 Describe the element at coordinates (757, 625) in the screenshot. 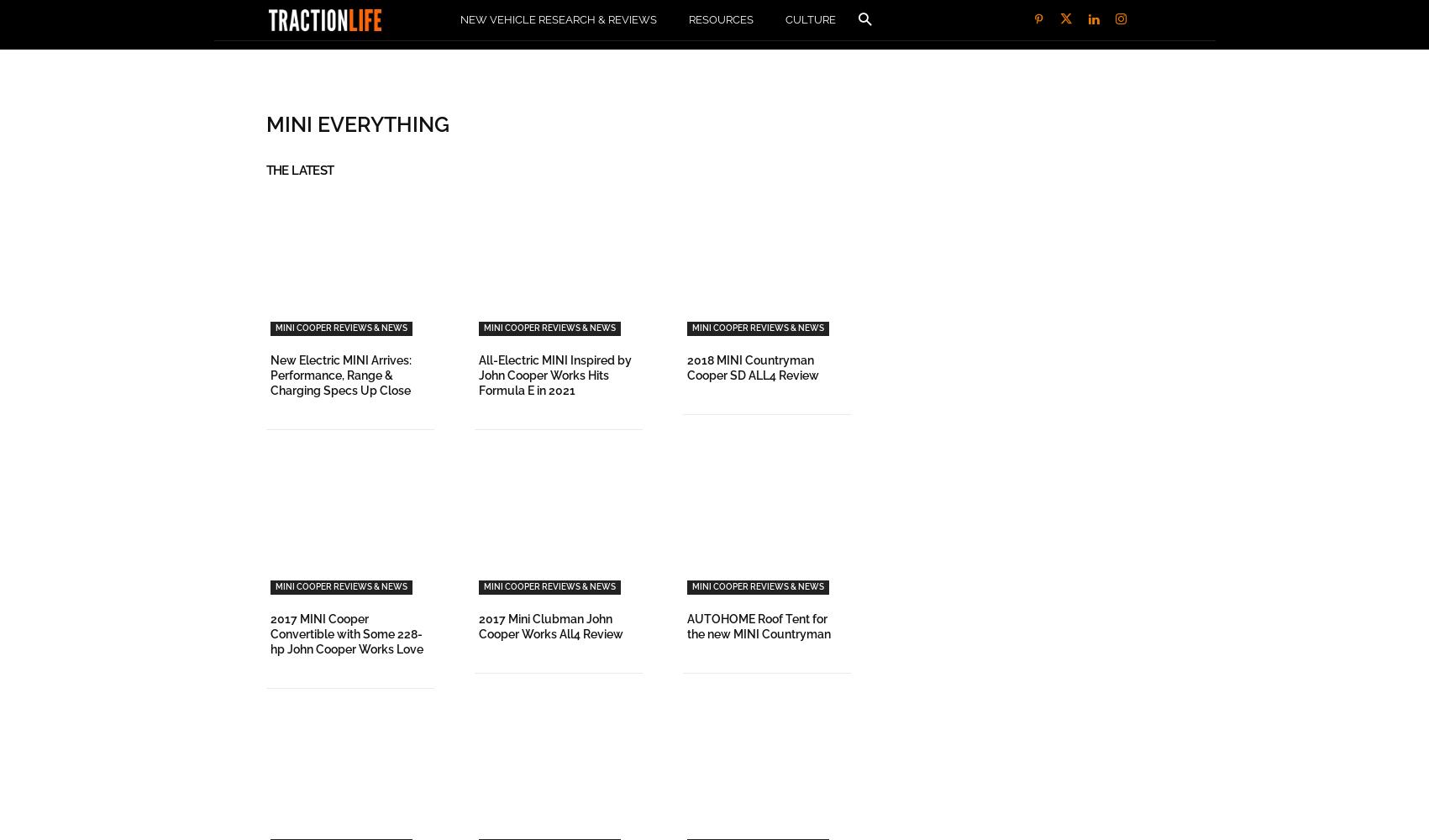

I see `'AUTOHOME Roof Tent for the new MINI Countryman'` at that location.